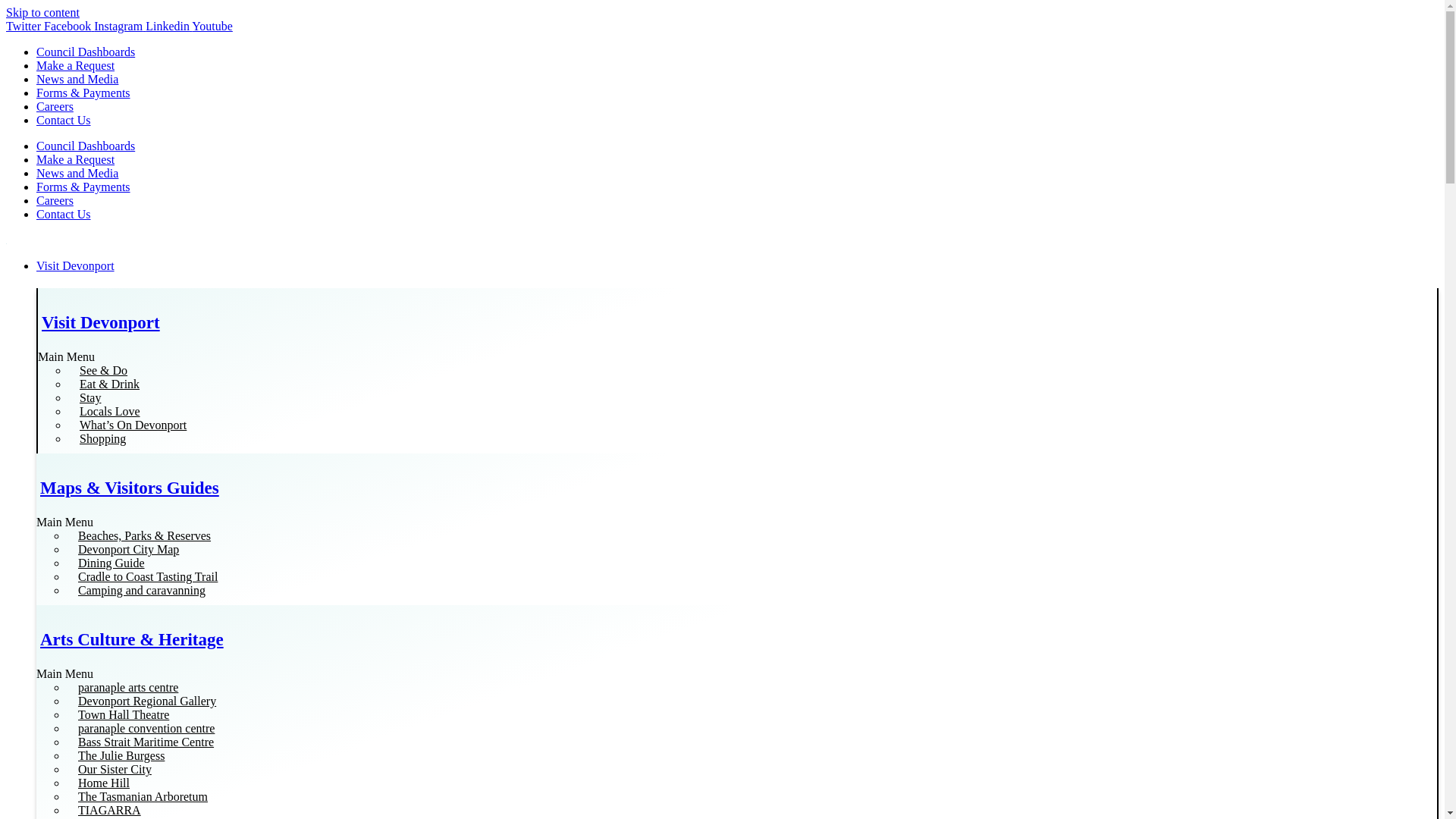  What do you see at coordinates (65, 576) in the screenshot?
I see `'Cradle to Coast Tasting Trail'` at bounding box center [65, 576].